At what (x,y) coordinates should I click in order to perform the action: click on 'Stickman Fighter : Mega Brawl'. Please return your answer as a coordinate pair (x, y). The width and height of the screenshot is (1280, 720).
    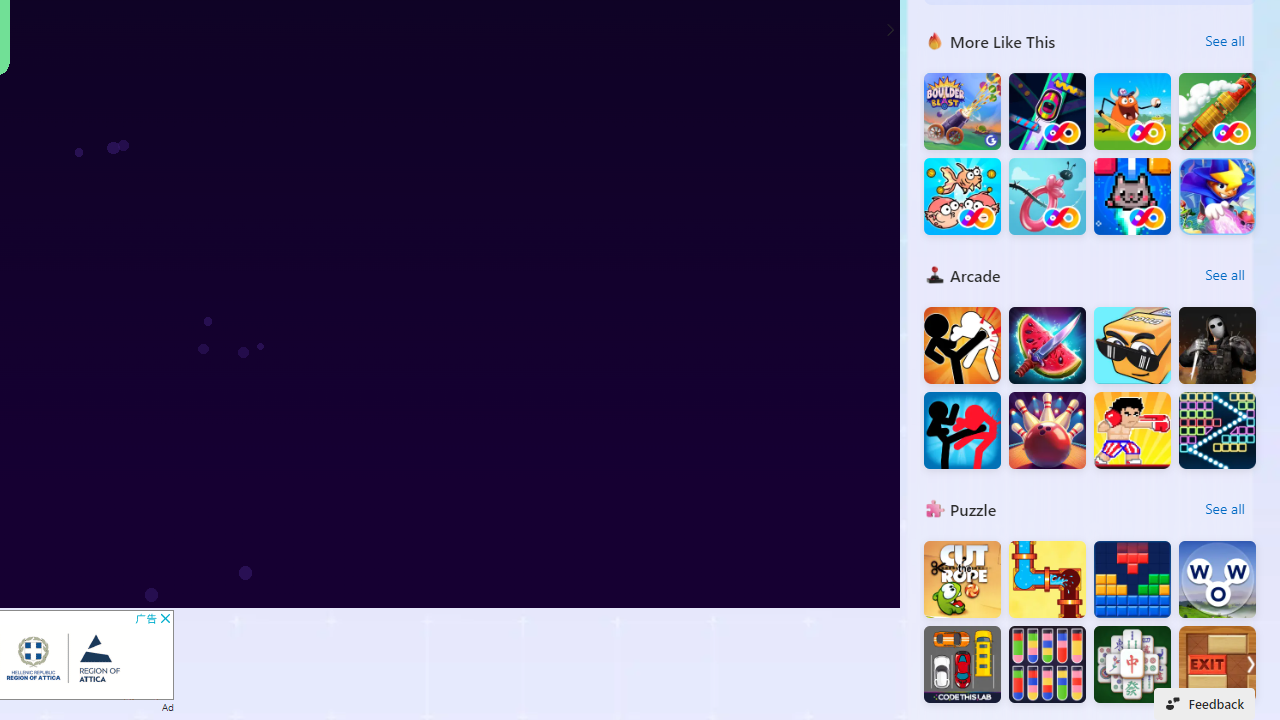
    Looking at the image, I should click on (962, 344).